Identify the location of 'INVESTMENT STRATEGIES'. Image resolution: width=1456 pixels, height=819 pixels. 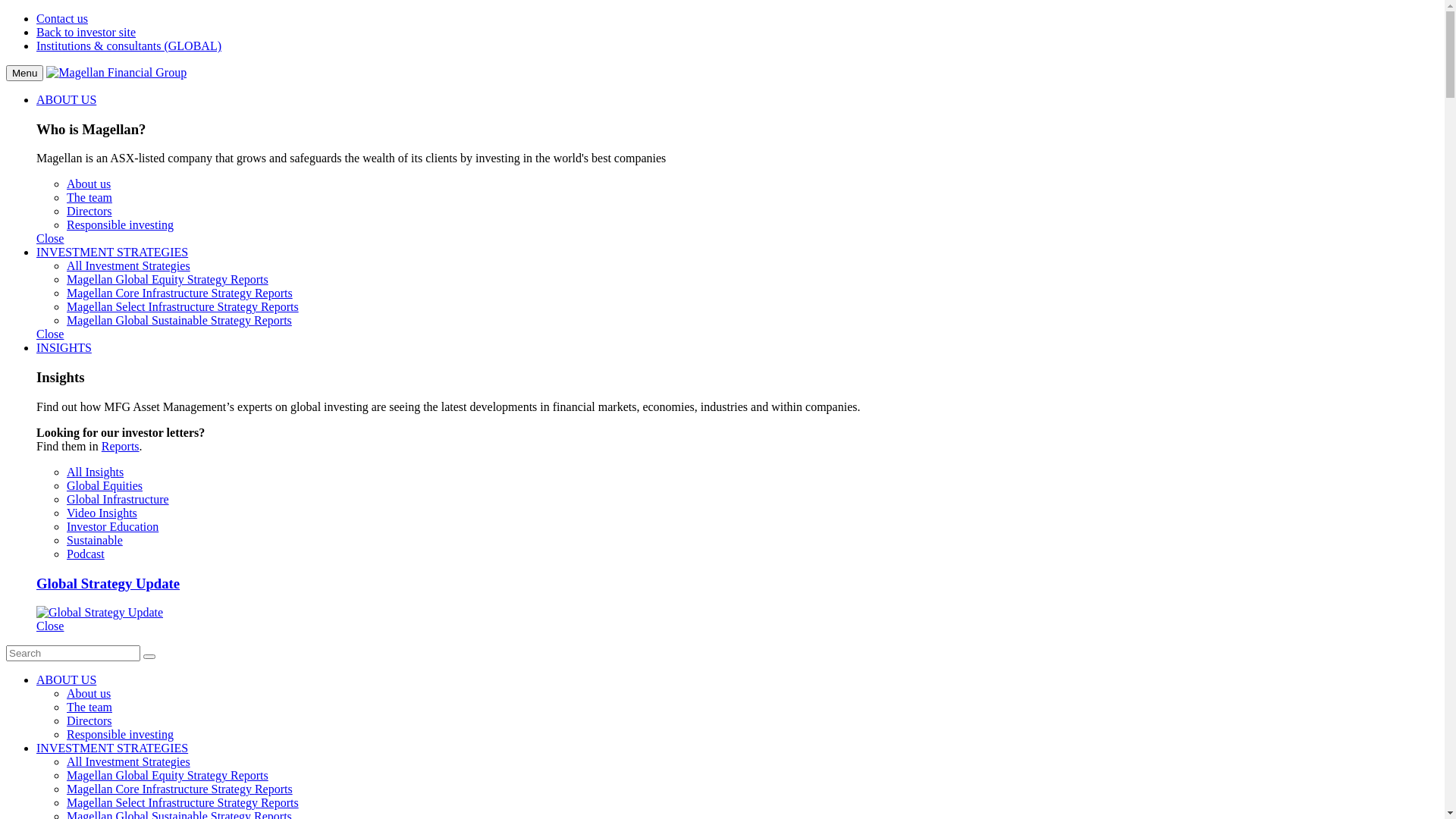
(36, 251).